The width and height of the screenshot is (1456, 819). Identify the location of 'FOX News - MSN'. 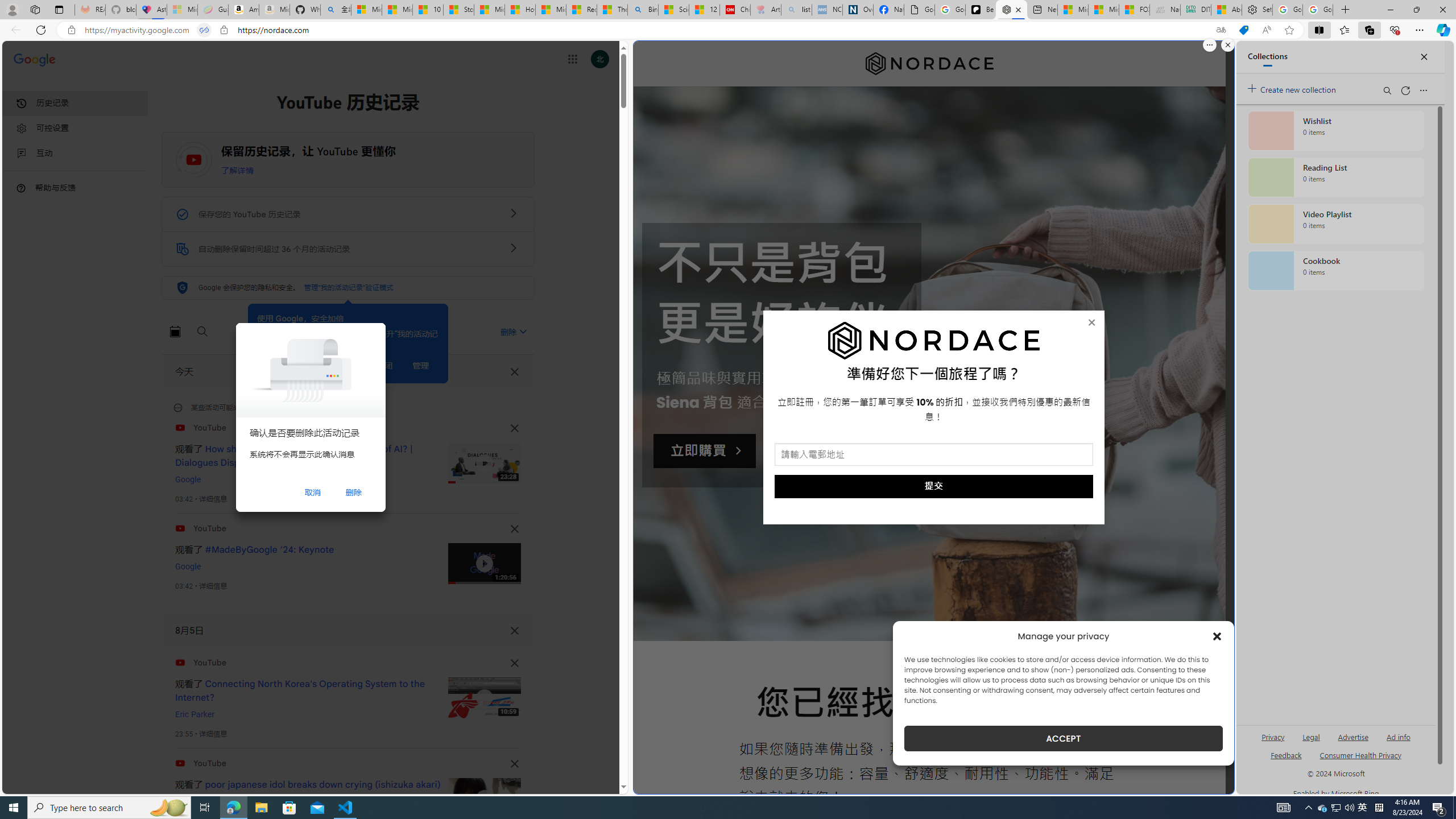
(1134, 9).